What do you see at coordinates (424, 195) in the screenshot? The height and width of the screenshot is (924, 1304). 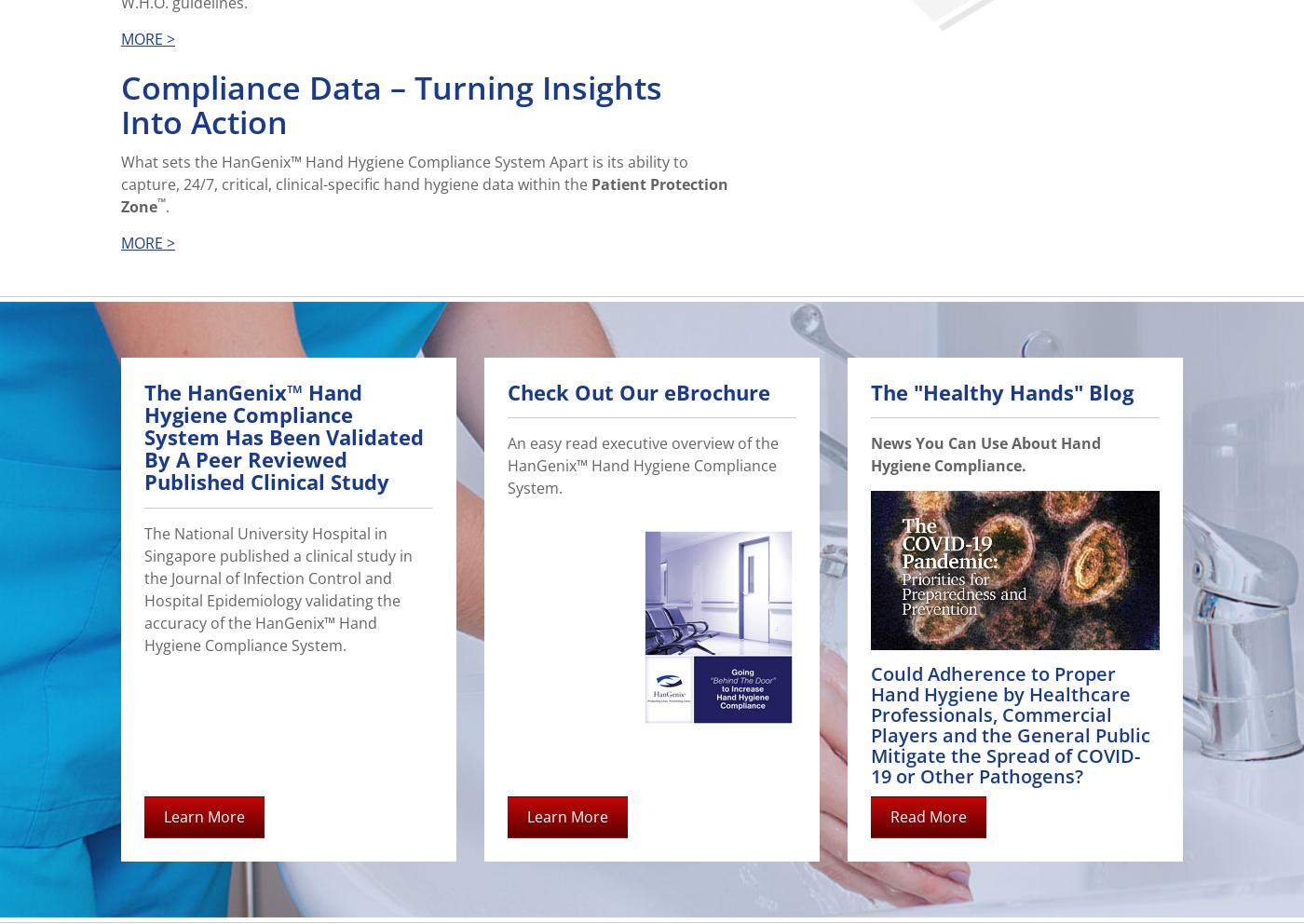 I see `'Patient Protection Zone'` at bounding box center [424, 195].